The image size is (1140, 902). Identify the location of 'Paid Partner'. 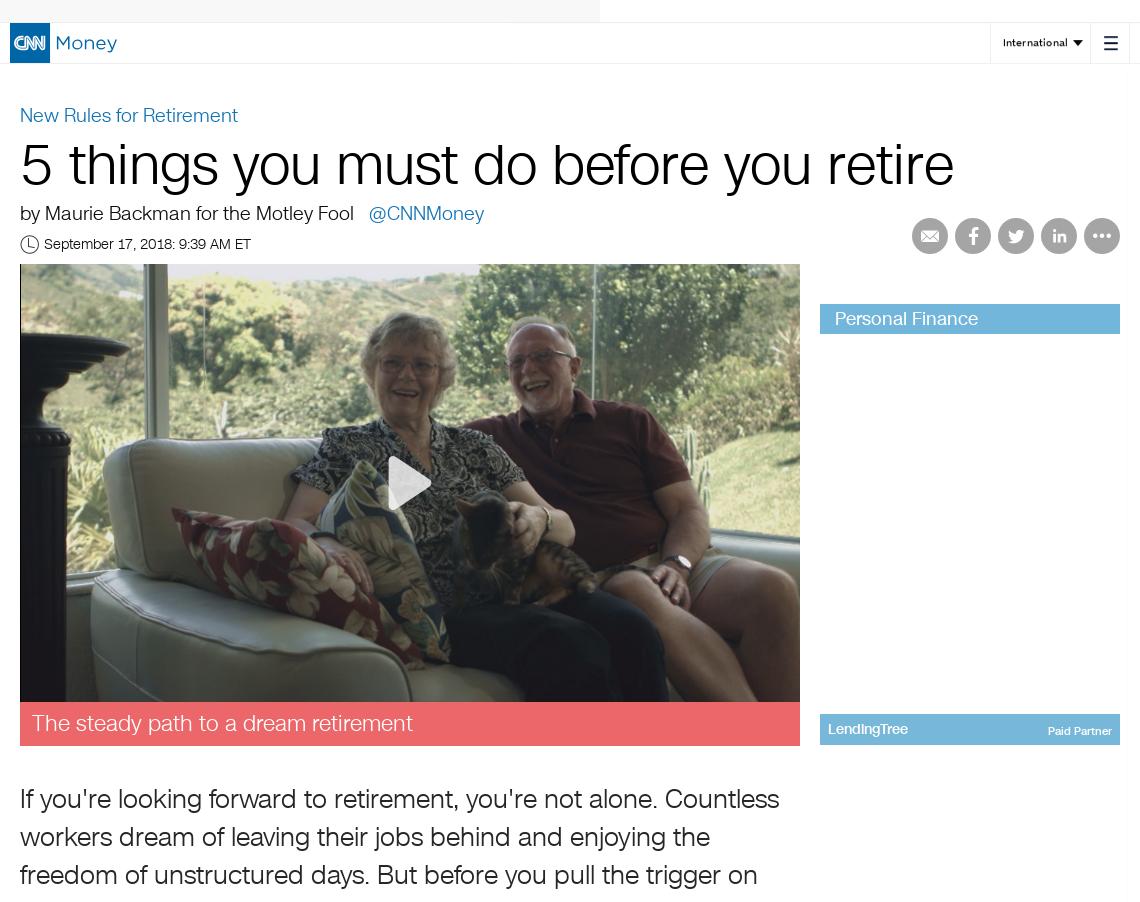
(1079, 730).